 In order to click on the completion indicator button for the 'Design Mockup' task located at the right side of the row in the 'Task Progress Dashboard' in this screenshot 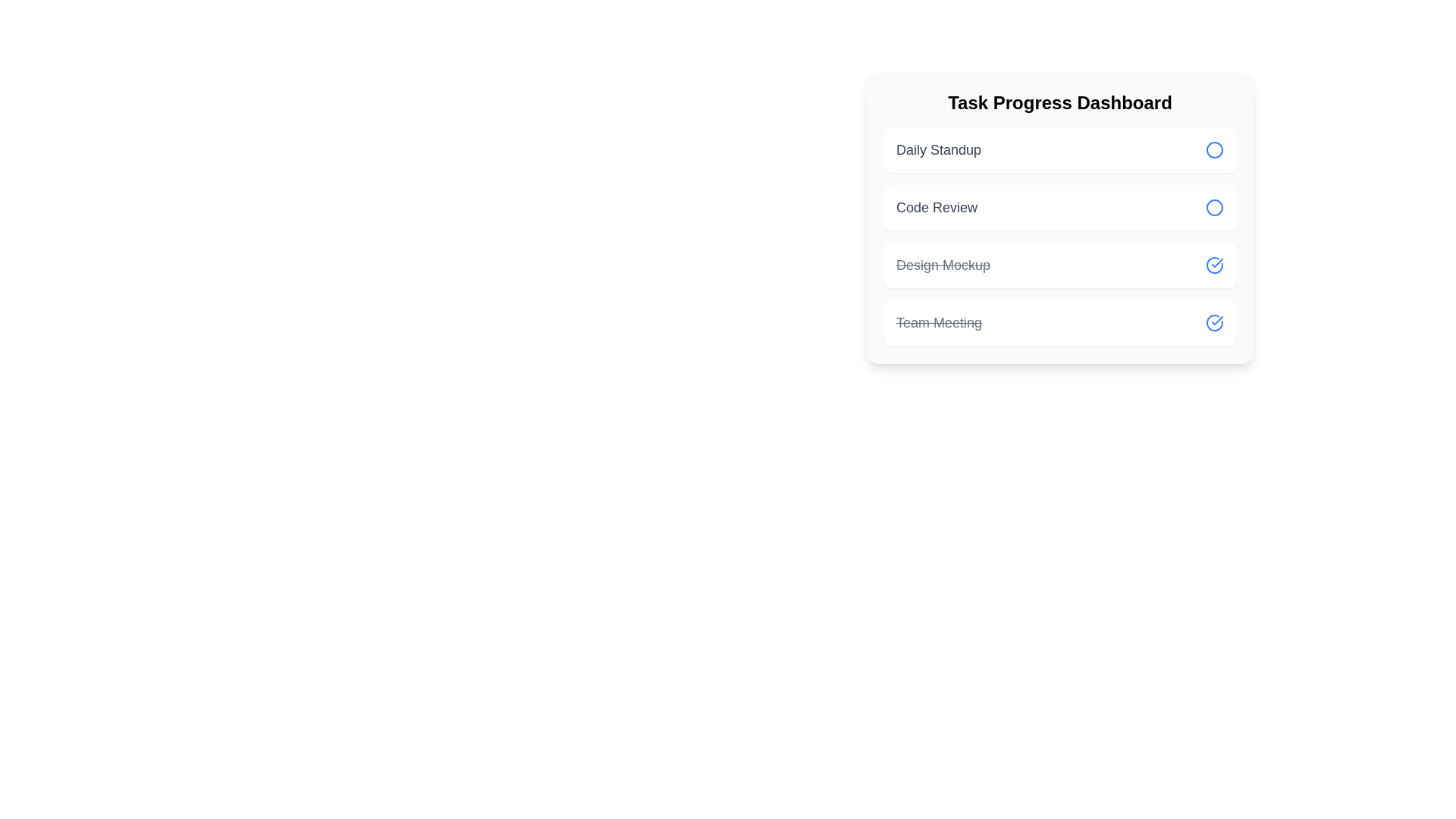, I will do `click(1215, 265)`.